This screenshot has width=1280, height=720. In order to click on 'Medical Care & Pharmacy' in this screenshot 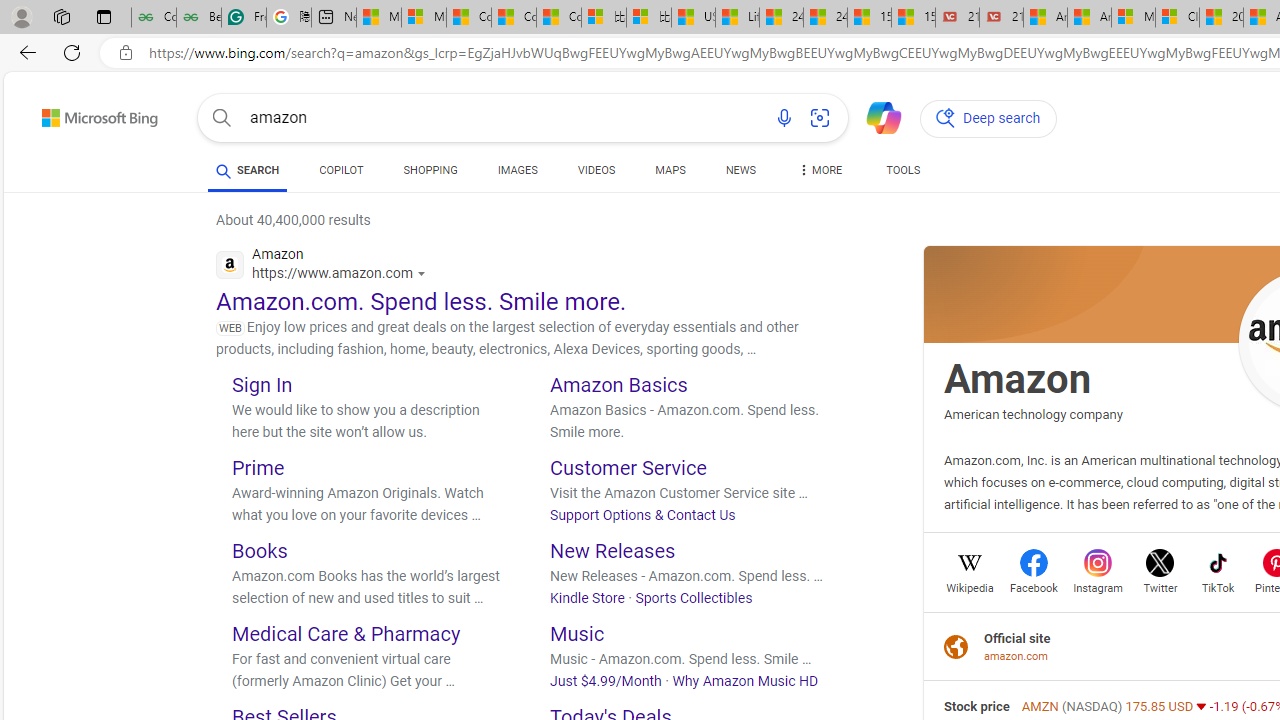, I will do `click(346, 633)`.